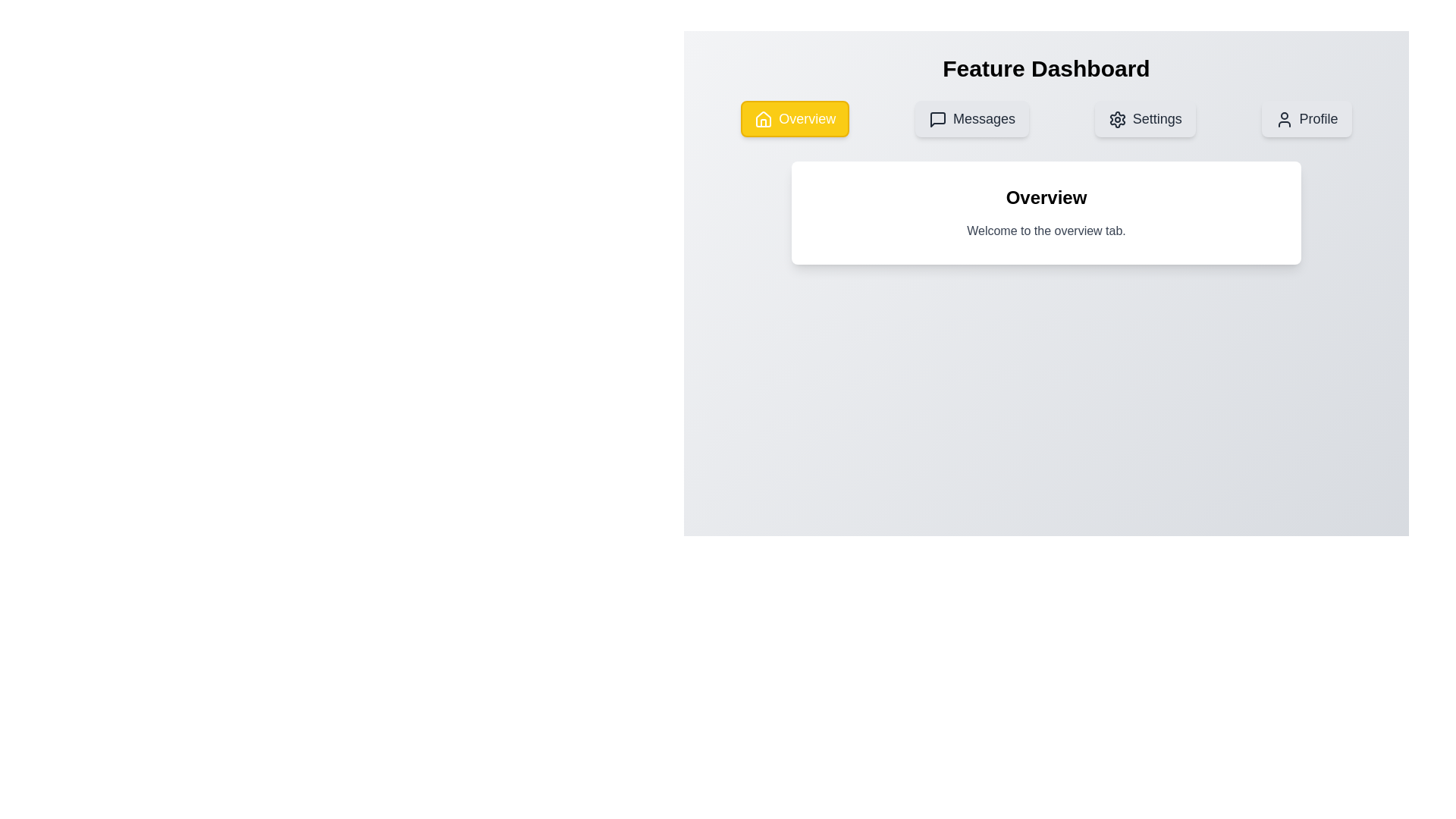 The image size is (1456, 819). What do you see at coordinates (1145, 118) in the screenshot?
I see `the Settings tab by clicking the corresponding navigation button` at bounding box center [1145, 118].